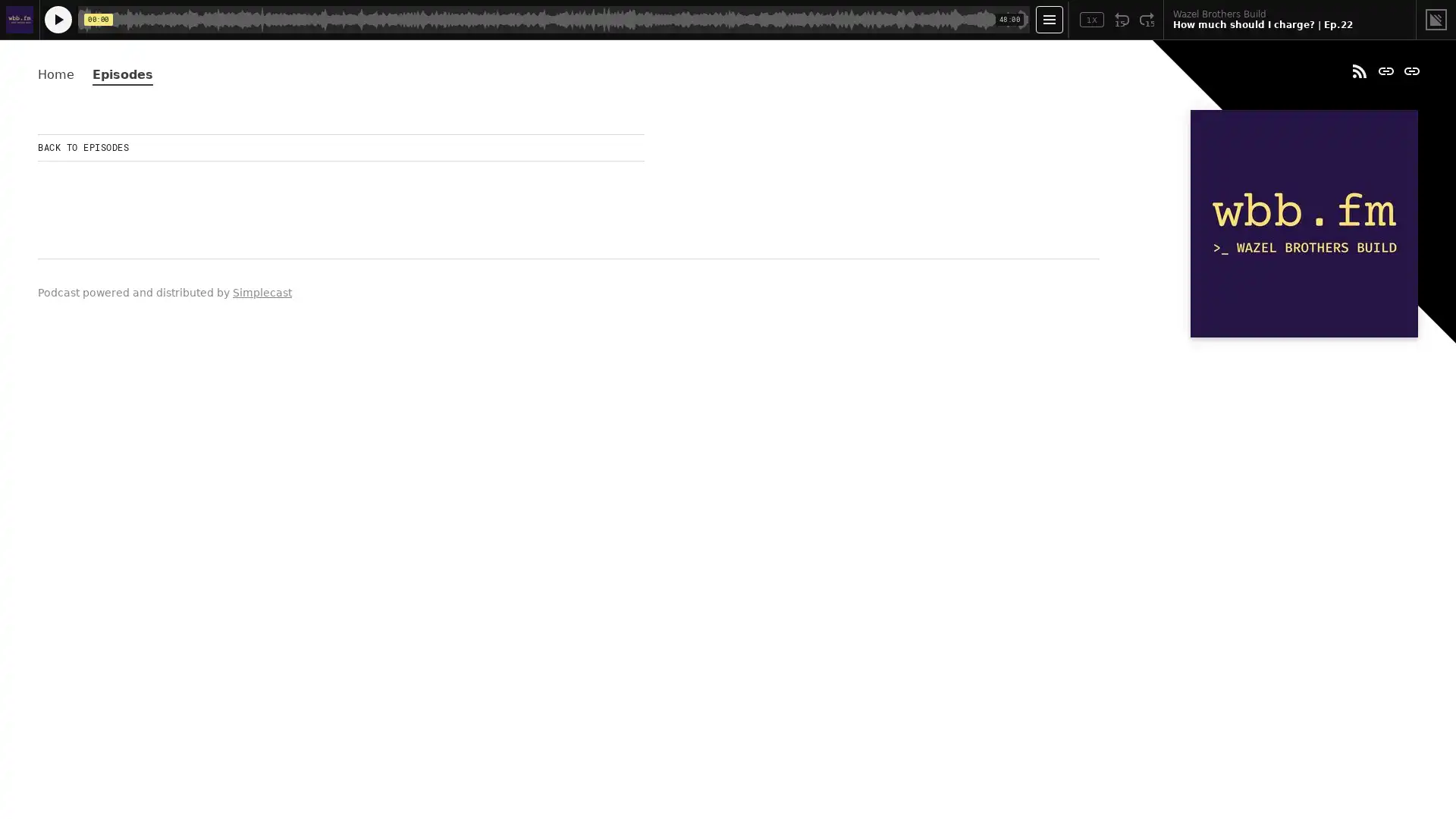 Image resolution: width=1456 pixels, height=819 pixels. Describe the element at coordinates (1122, 20) in the screenshot. I see `Rewind 15 Seconds` at that location.